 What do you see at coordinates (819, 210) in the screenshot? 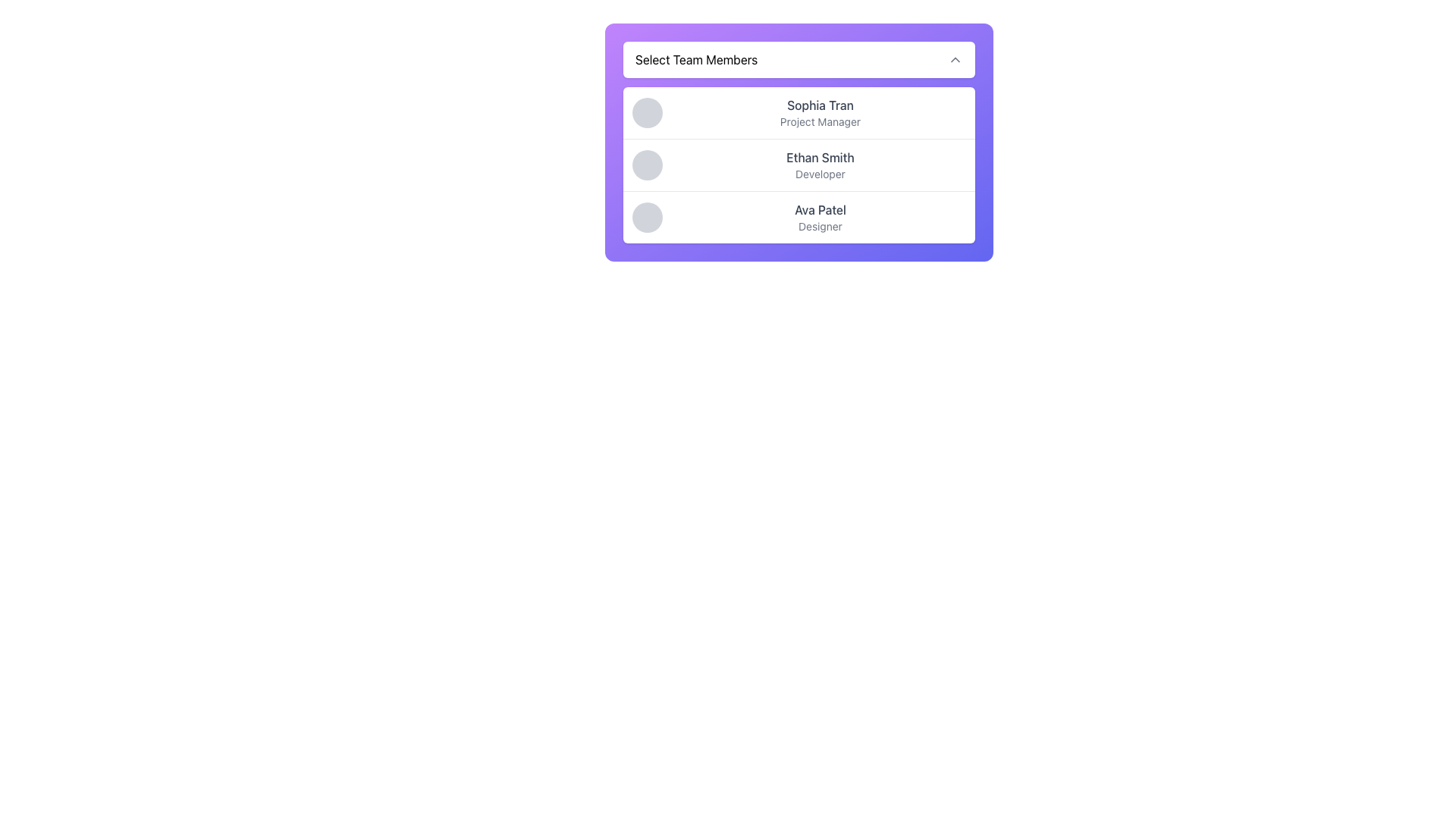
I see `the text label displaying 'Ava Patel', which is the third entry in the list of team members` at bounding box center [819, 210].